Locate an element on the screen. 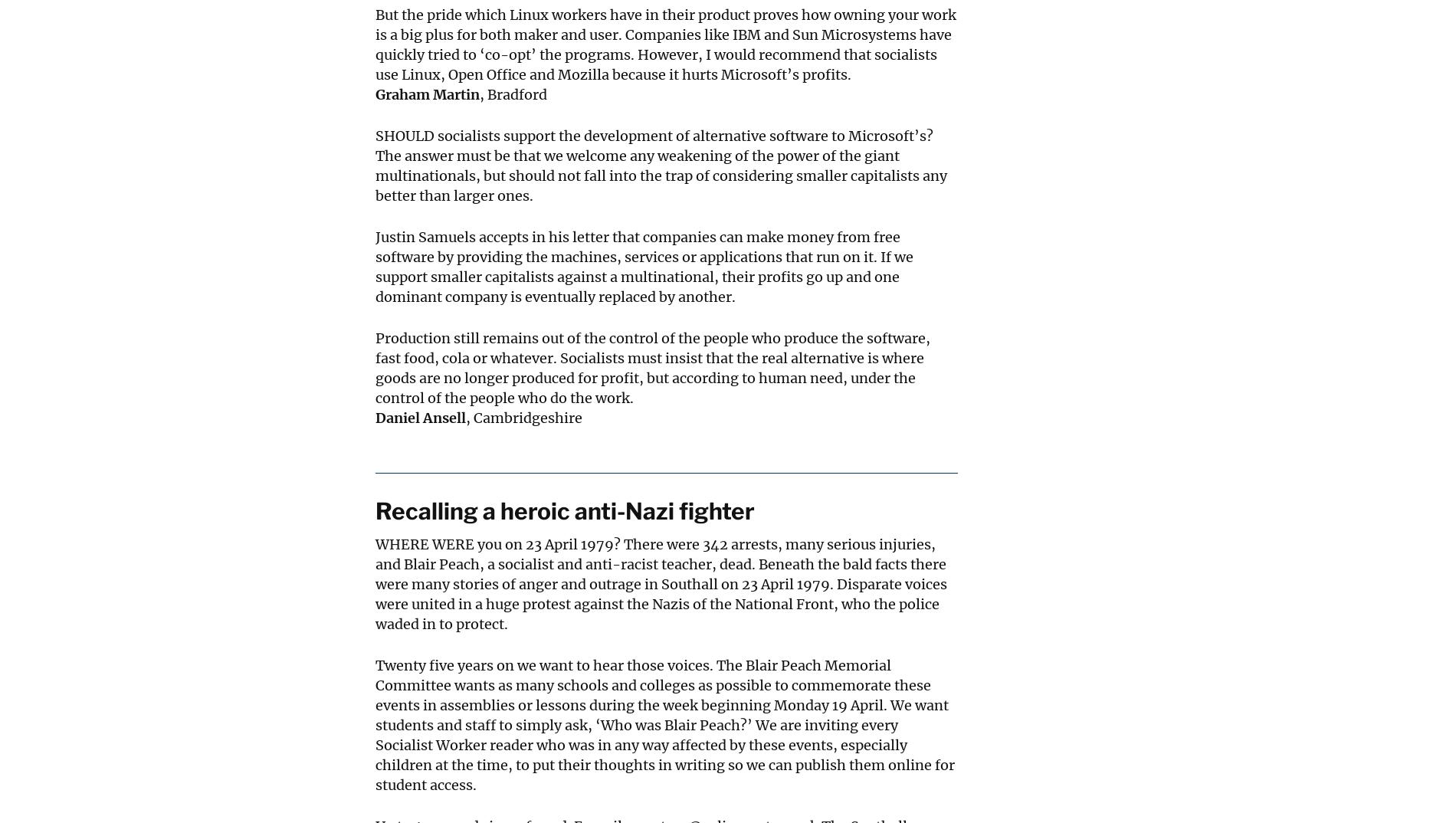  'WHERE WERE you on 23 April 1979? There were 342 arrests, many serious injuries, and Blair Peach, a socialist and anti-racist teacher, dead. Beneath the bald facts there were many stories of anger and outrage in Southall on 23 April 1979. Disparate voices were united in a huge protest against the Nazis of the National Front, who the police waded in to protect.' is located at coordinates (660, 583).